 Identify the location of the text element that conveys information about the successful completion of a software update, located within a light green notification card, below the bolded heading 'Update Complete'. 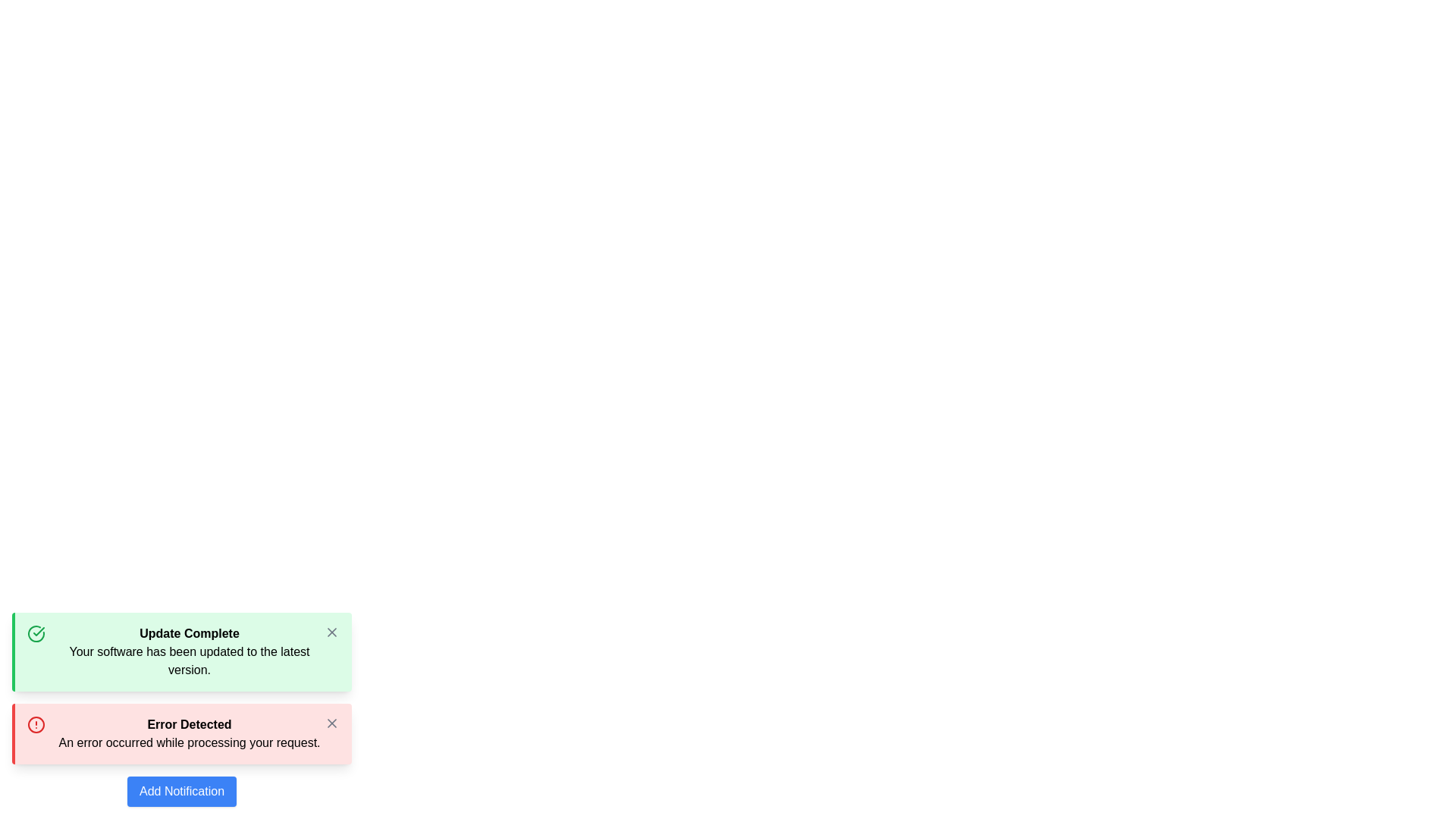
(188, 660).